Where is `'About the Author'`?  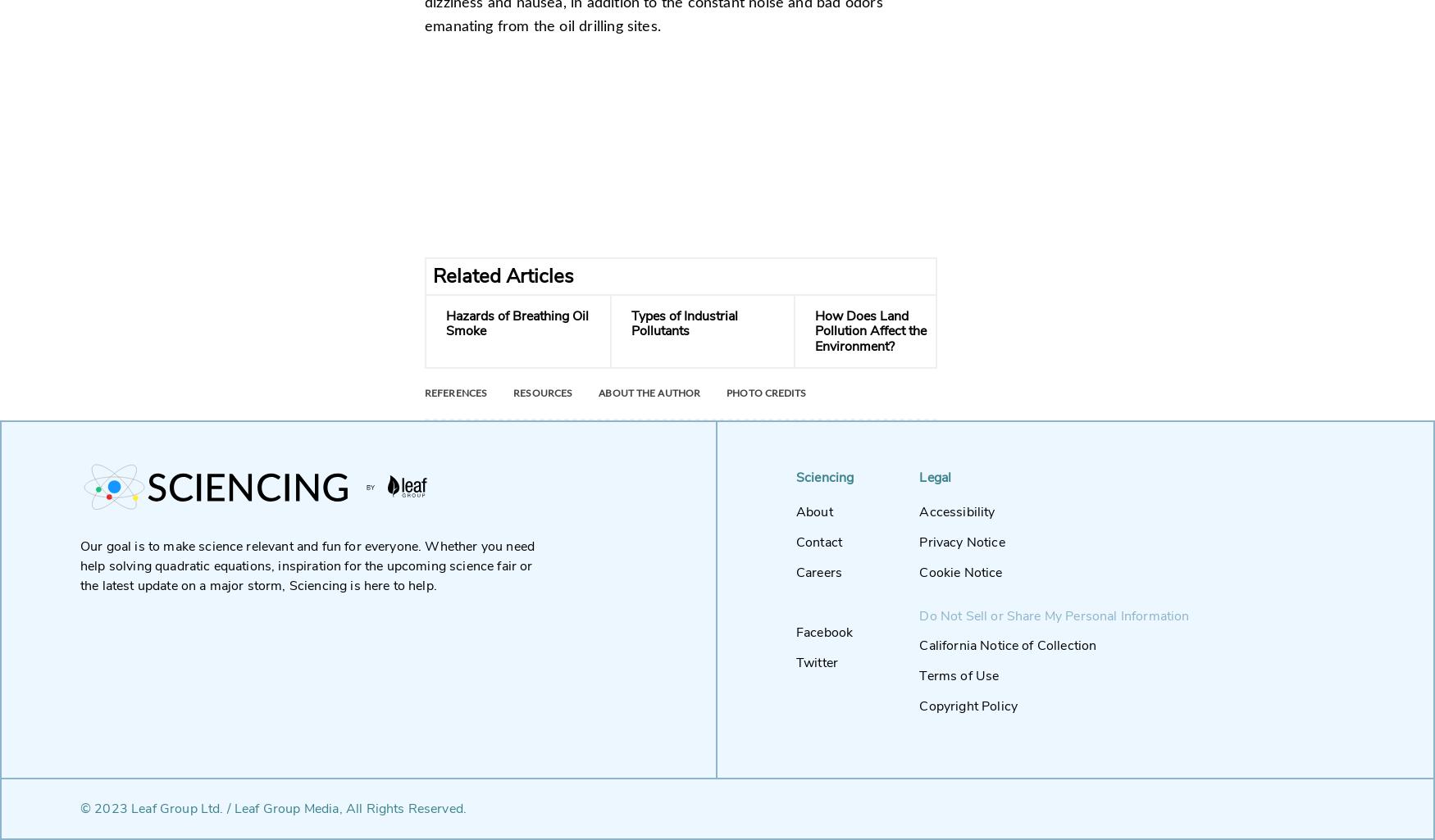
'About the Author' is located at coordinates (649, 393).